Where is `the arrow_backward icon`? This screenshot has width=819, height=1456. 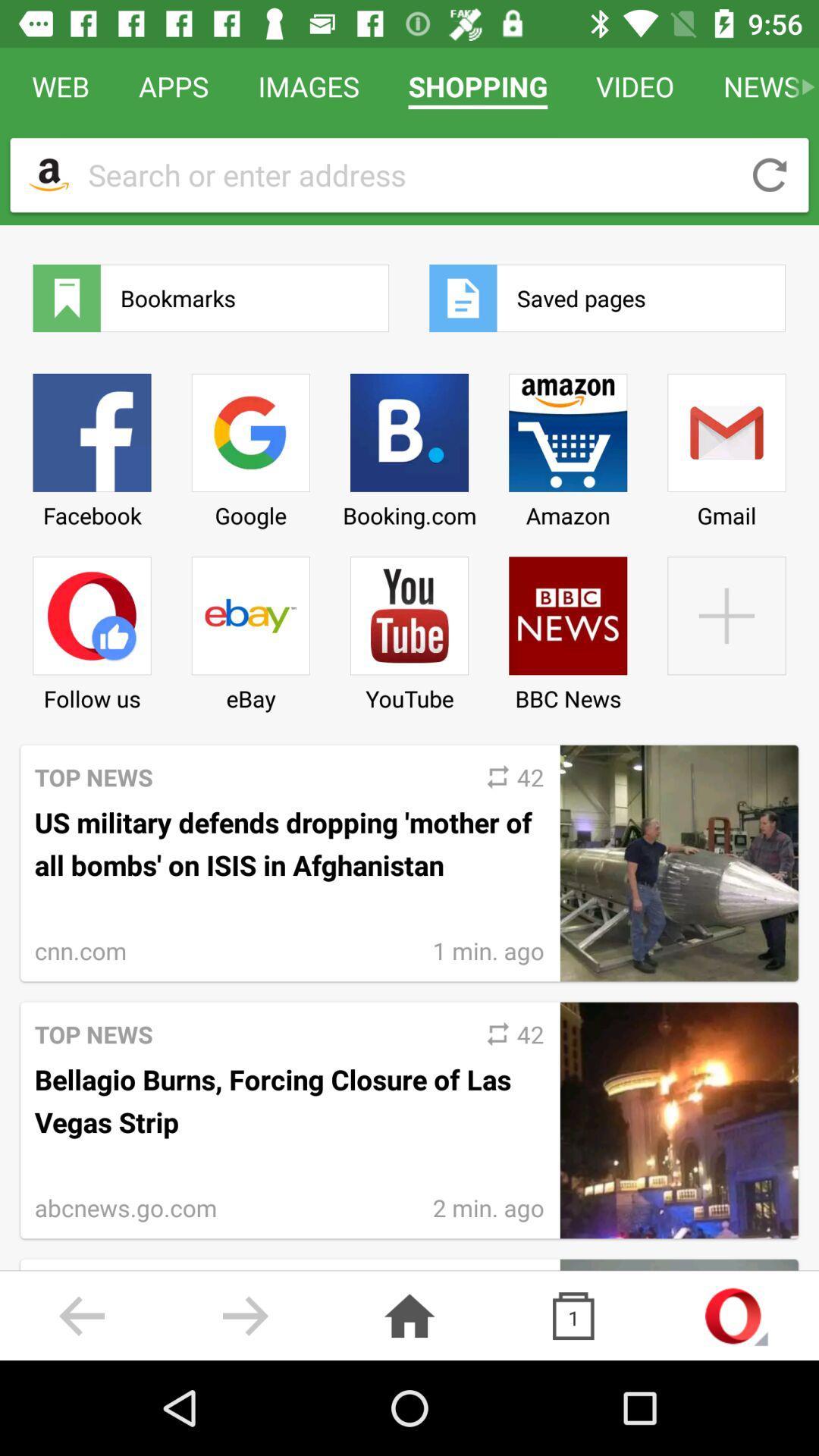 the arrow_backward icon is located at coordinates (82, 1315).